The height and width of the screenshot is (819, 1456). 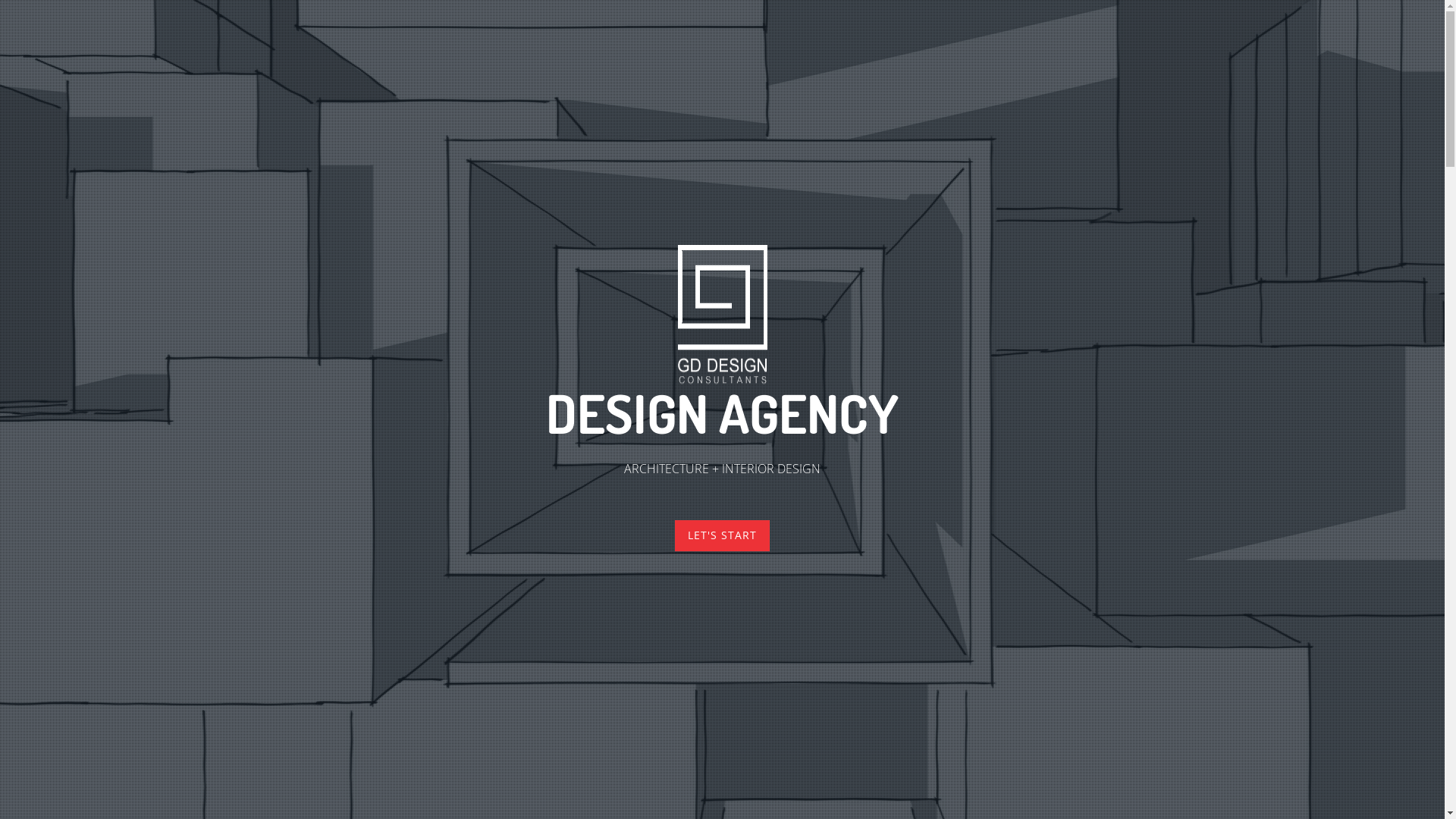 I want to click on 'LET'S START', so click(x=721, y=535).